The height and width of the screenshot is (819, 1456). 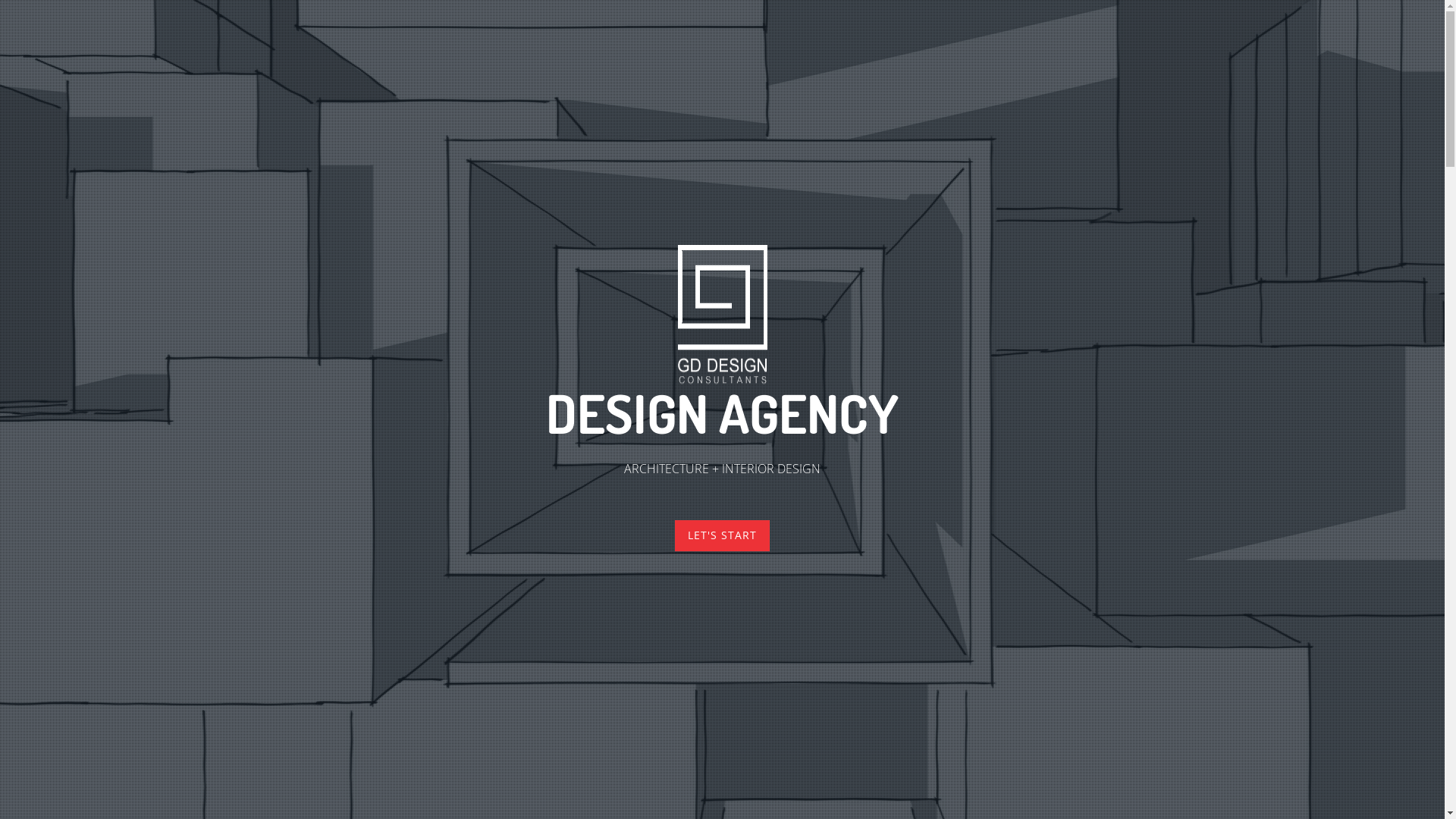 I want to click on 'LET'S START', so click(x=721, y=535).